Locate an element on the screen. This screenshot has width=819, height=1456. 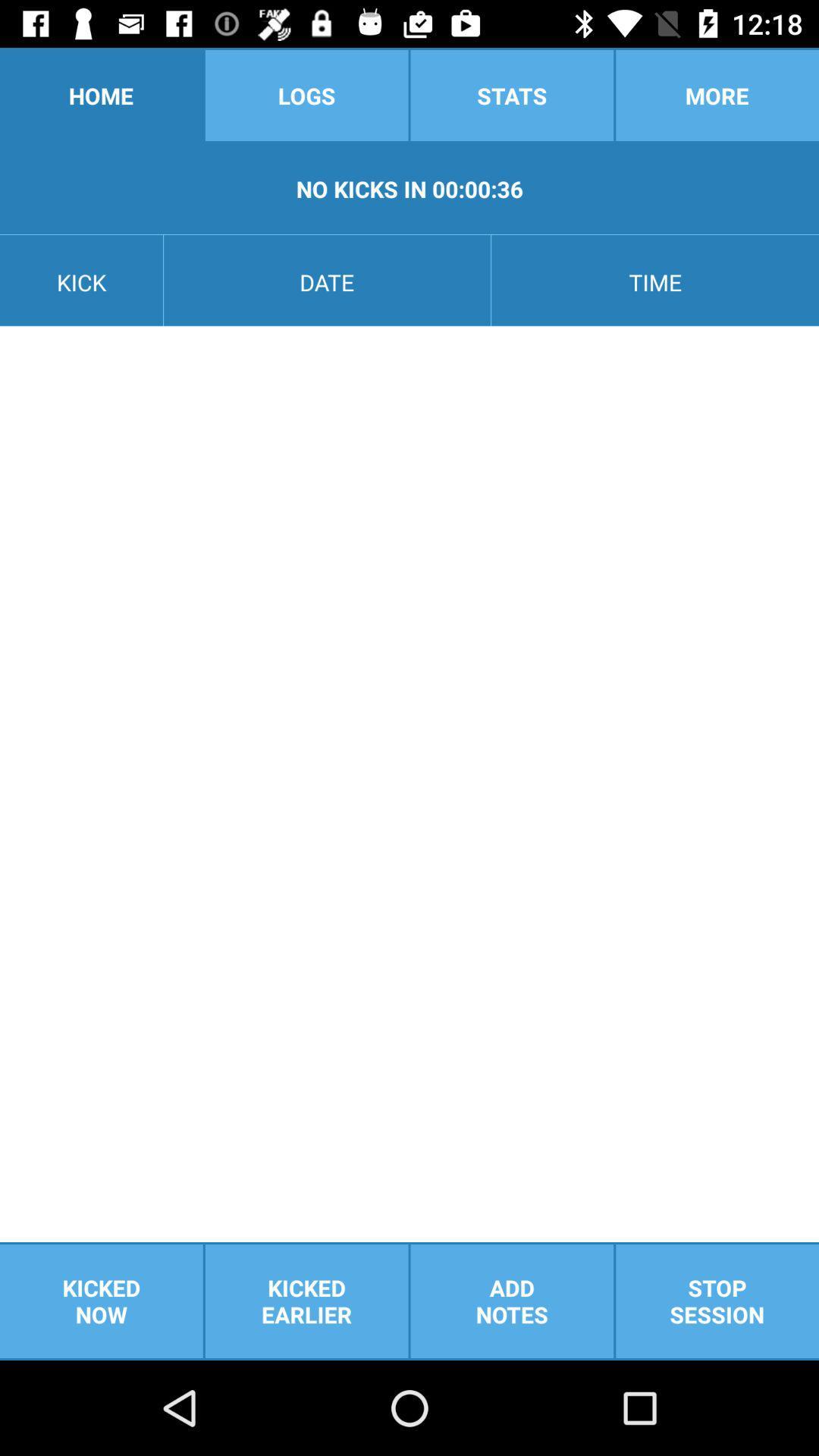
the kicked is located at coordinates (101, 1301).